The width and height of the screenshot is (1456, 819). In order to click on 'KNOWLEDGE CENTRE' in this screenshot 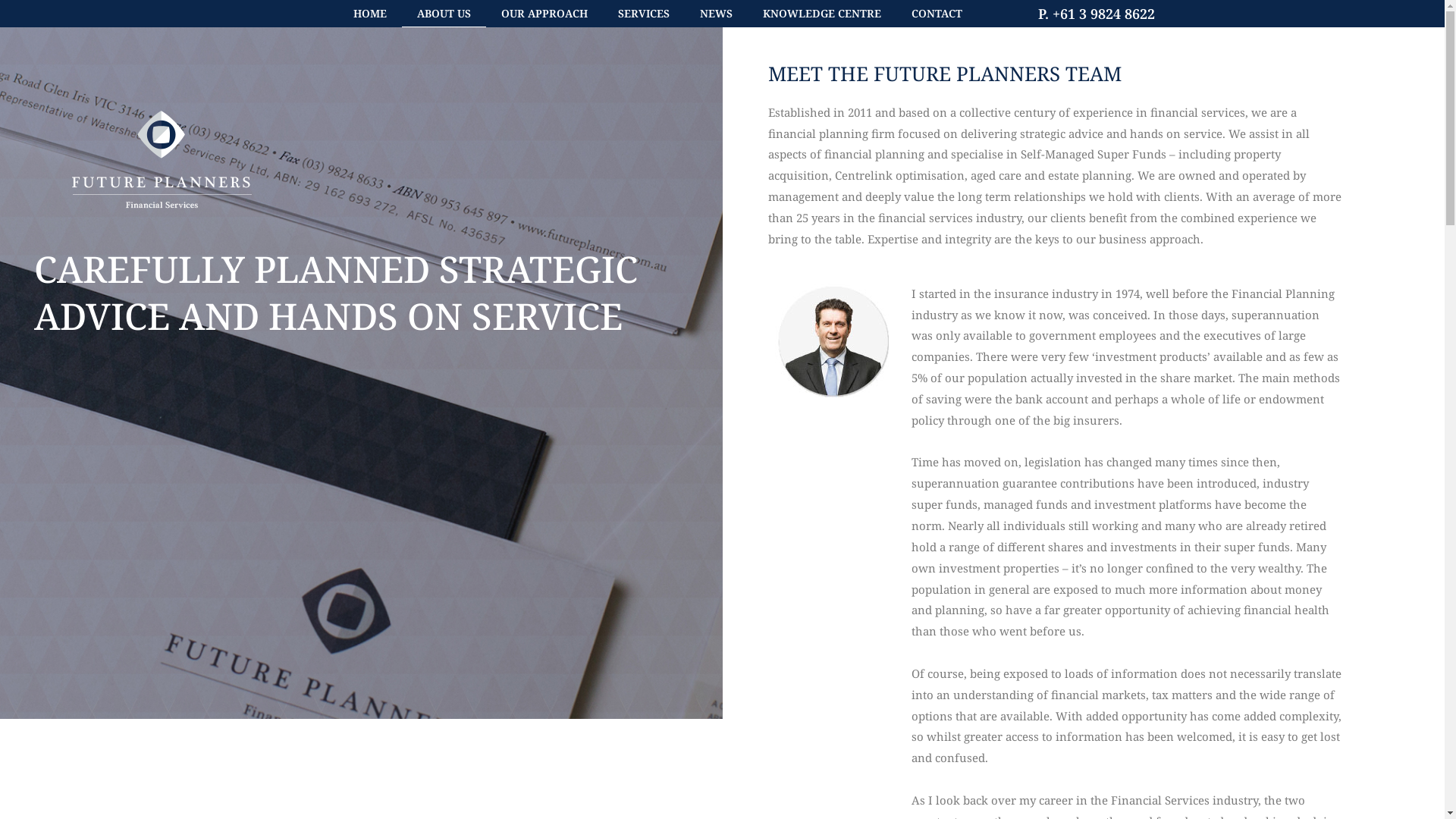, I will do `click(821, 14)`.